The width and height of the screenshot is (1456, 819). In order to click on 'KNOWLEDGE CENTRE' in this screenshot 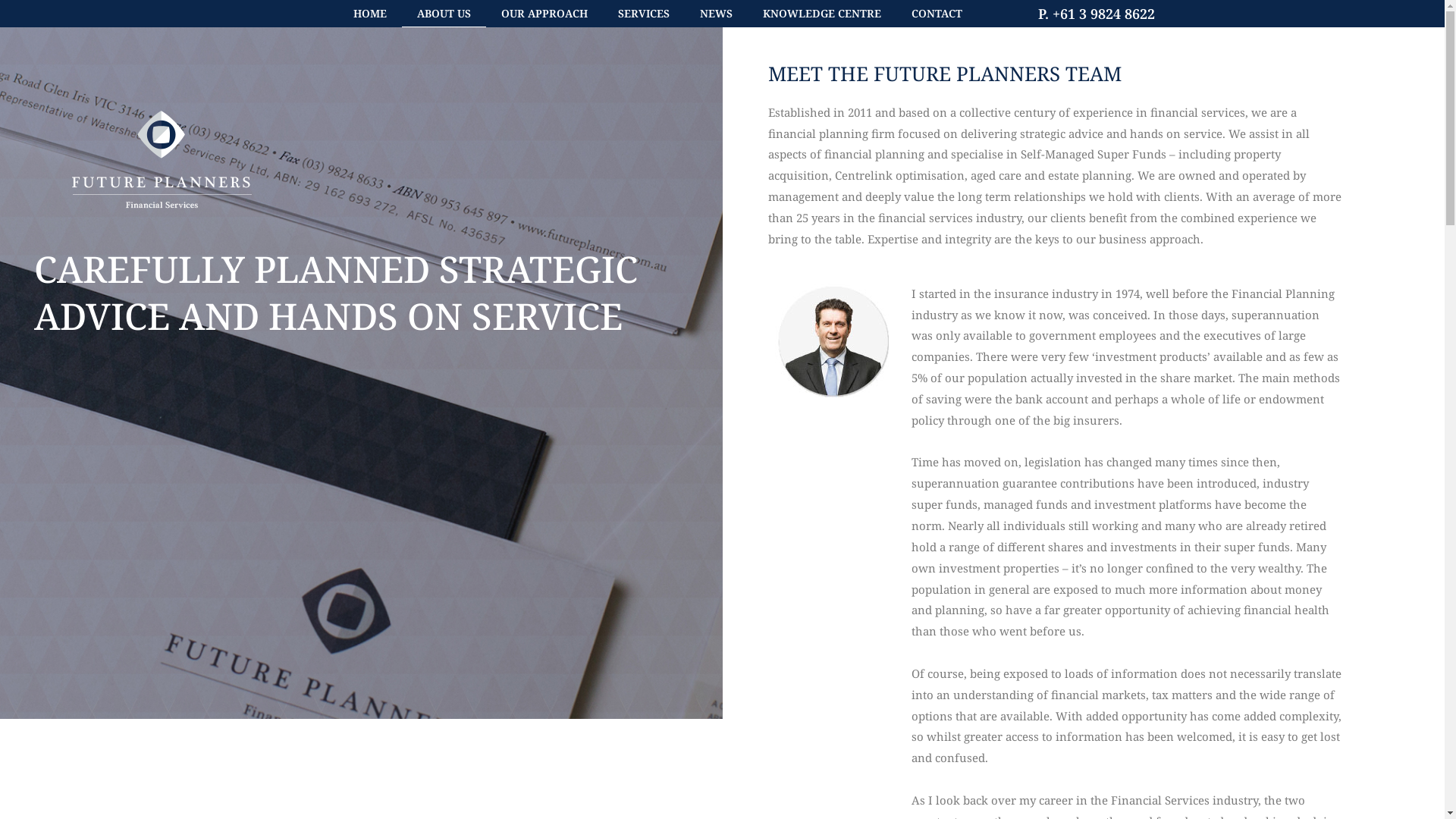, I will do `click(821, 14)`.